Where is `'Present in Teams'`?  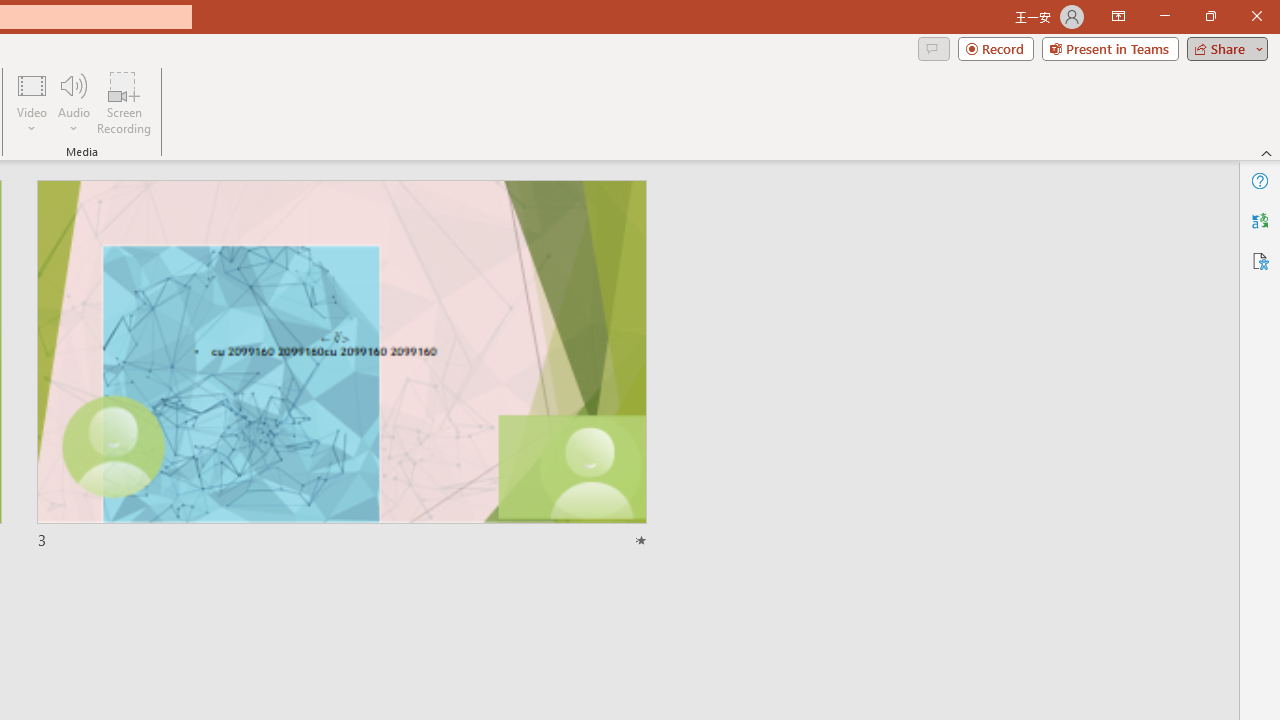
'Present in Teams' is located at coordinates (1109, 47).